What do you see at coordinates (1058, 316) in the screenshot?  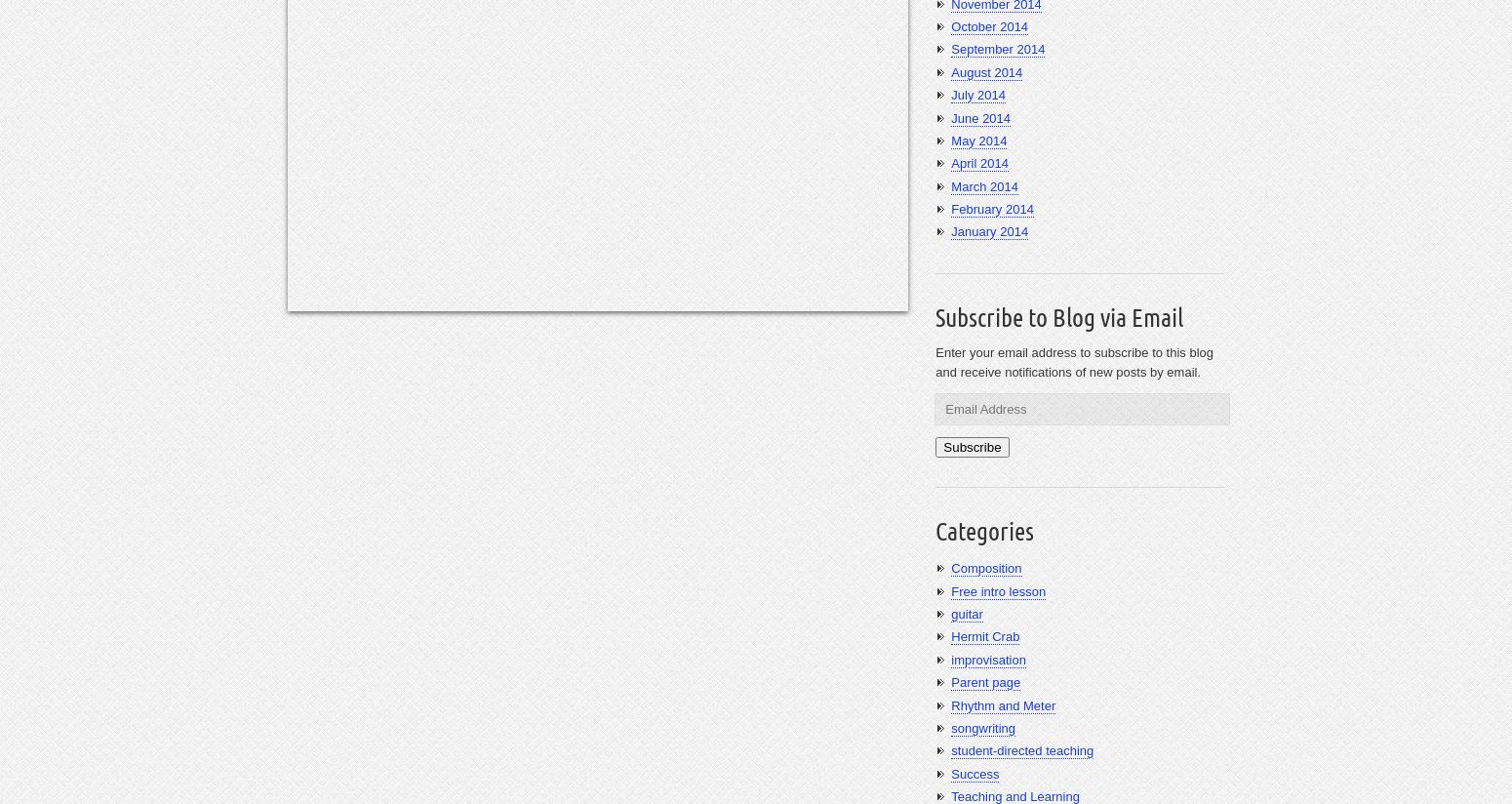 I see `'Subscribe to Blog via Email'` at bounding box center [1058, 316].